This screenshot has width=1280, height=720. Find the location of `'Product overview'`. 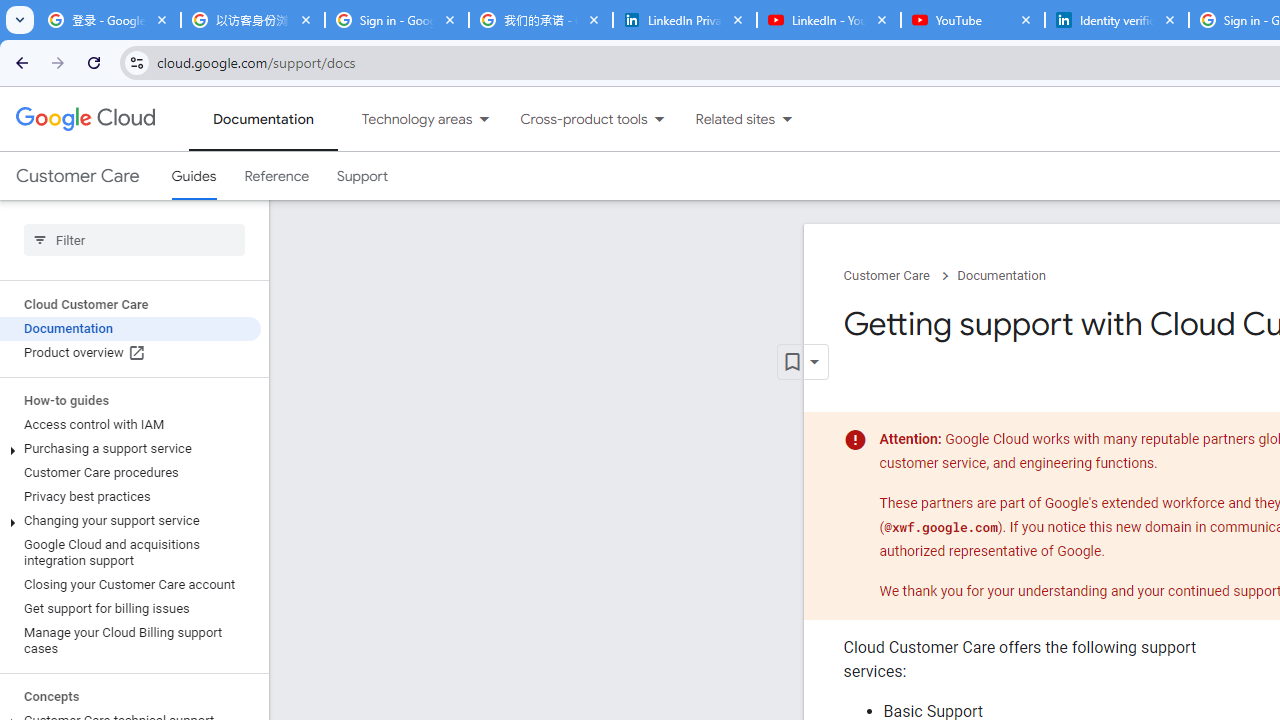

'Product overview' is located at coordinates (129, 352).